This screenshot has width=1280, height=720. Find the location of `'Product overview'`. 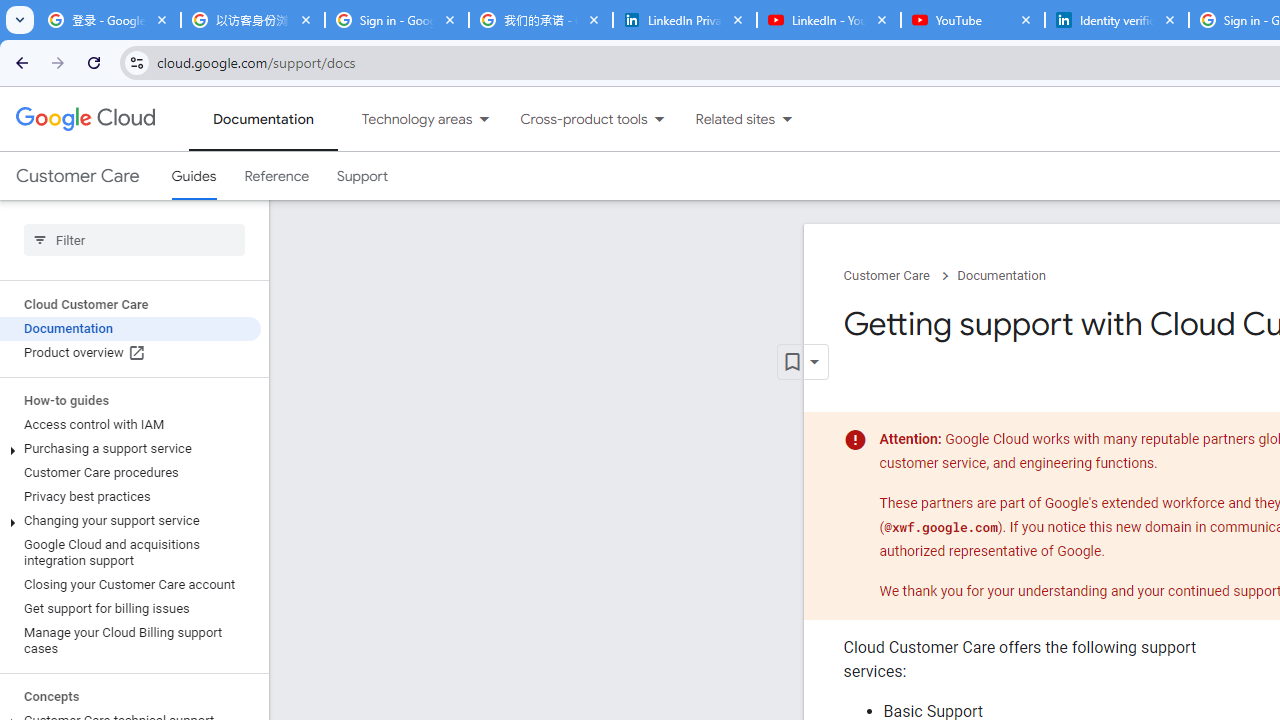

'Product overview' is located at coordinates (129, 352).